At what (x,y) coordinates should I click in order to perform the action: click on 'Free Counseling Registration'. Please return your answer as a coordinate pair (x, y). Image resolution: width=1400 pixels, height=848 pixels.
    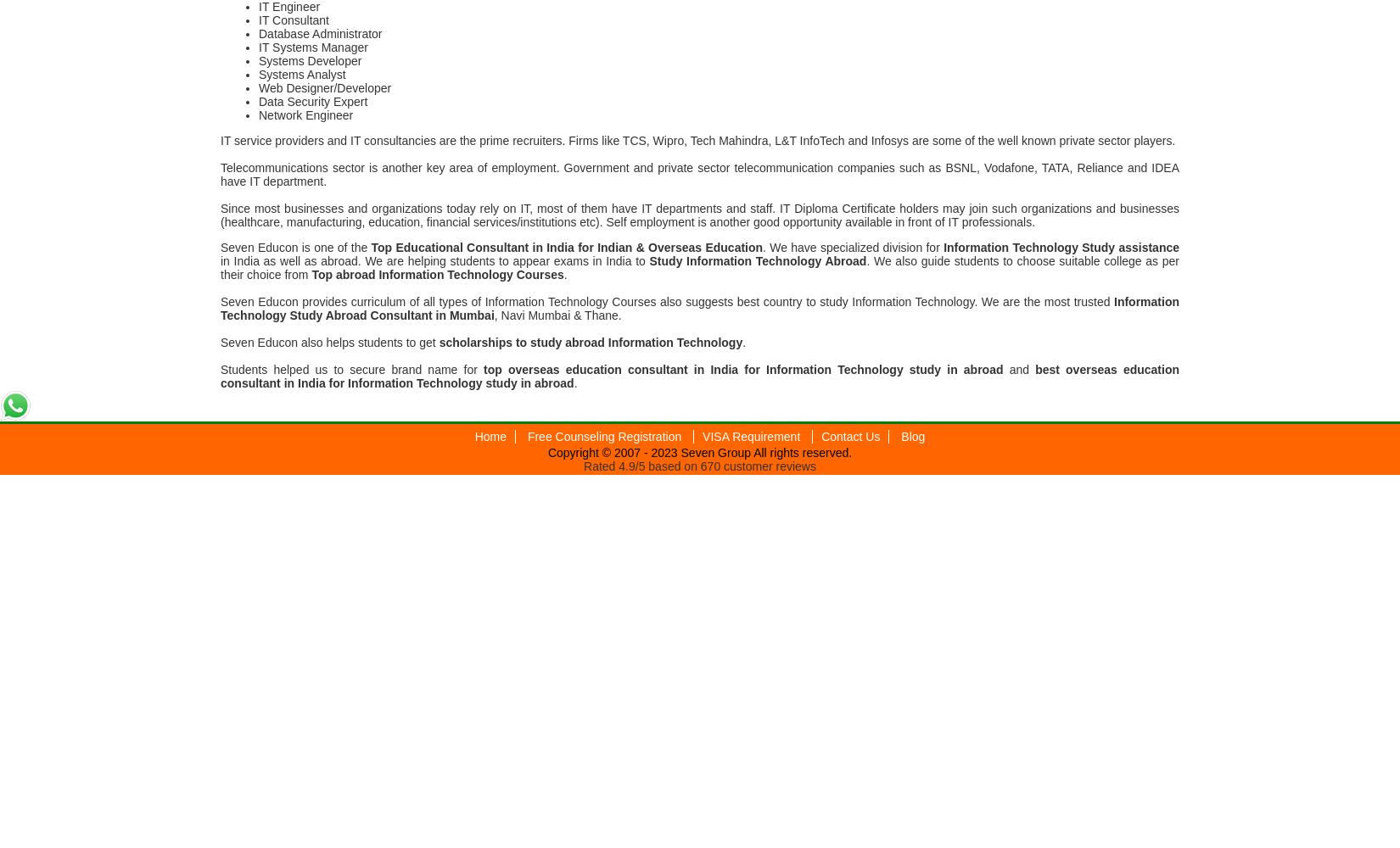
    Looking at the image, I should click on (604, 436).